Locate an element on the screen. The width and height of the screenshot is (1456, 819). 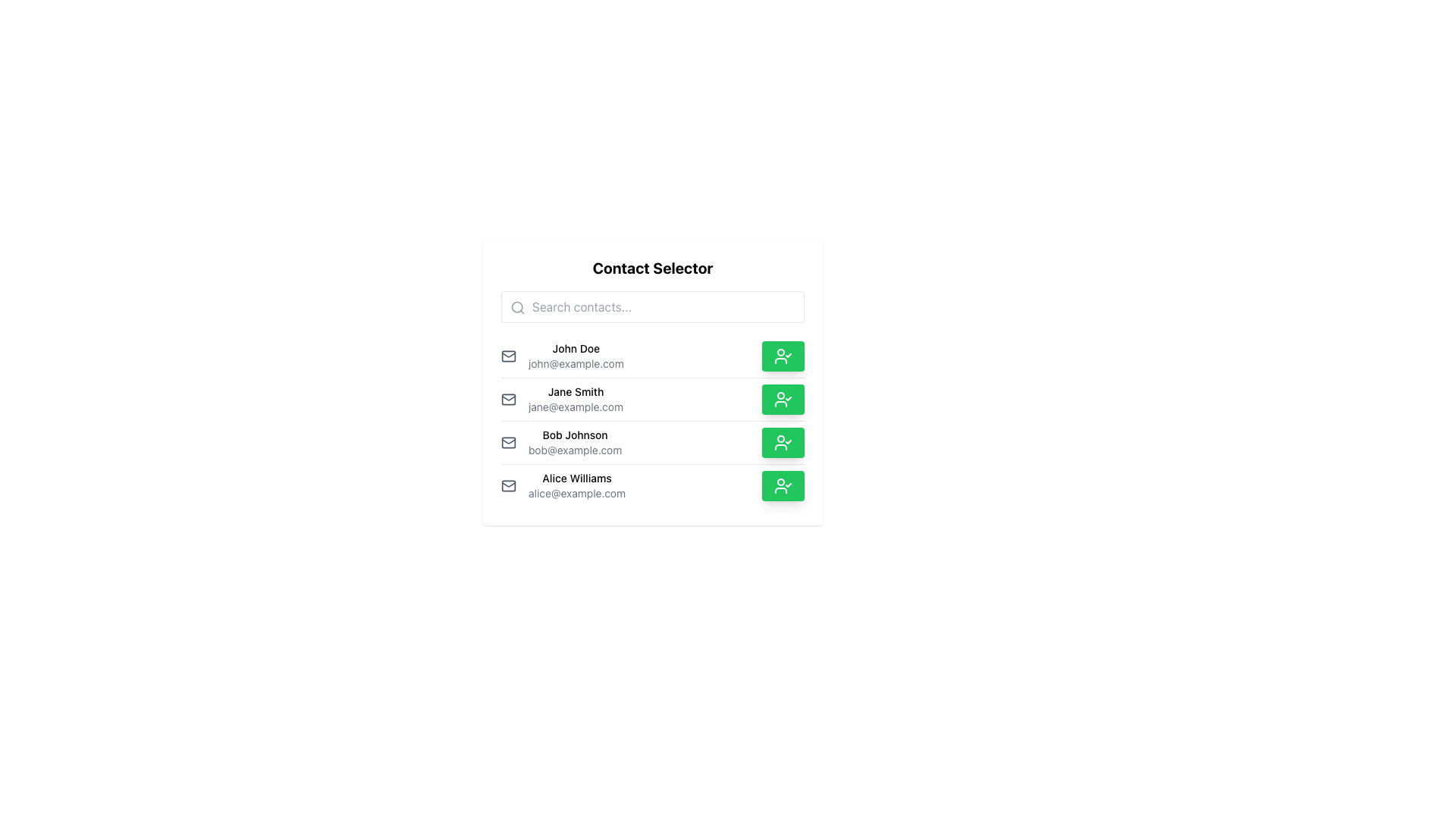
the email address displayed for the contact named 'Alice Williams', located in the fourth entry of the contact list is located at coordinates (576, 494).